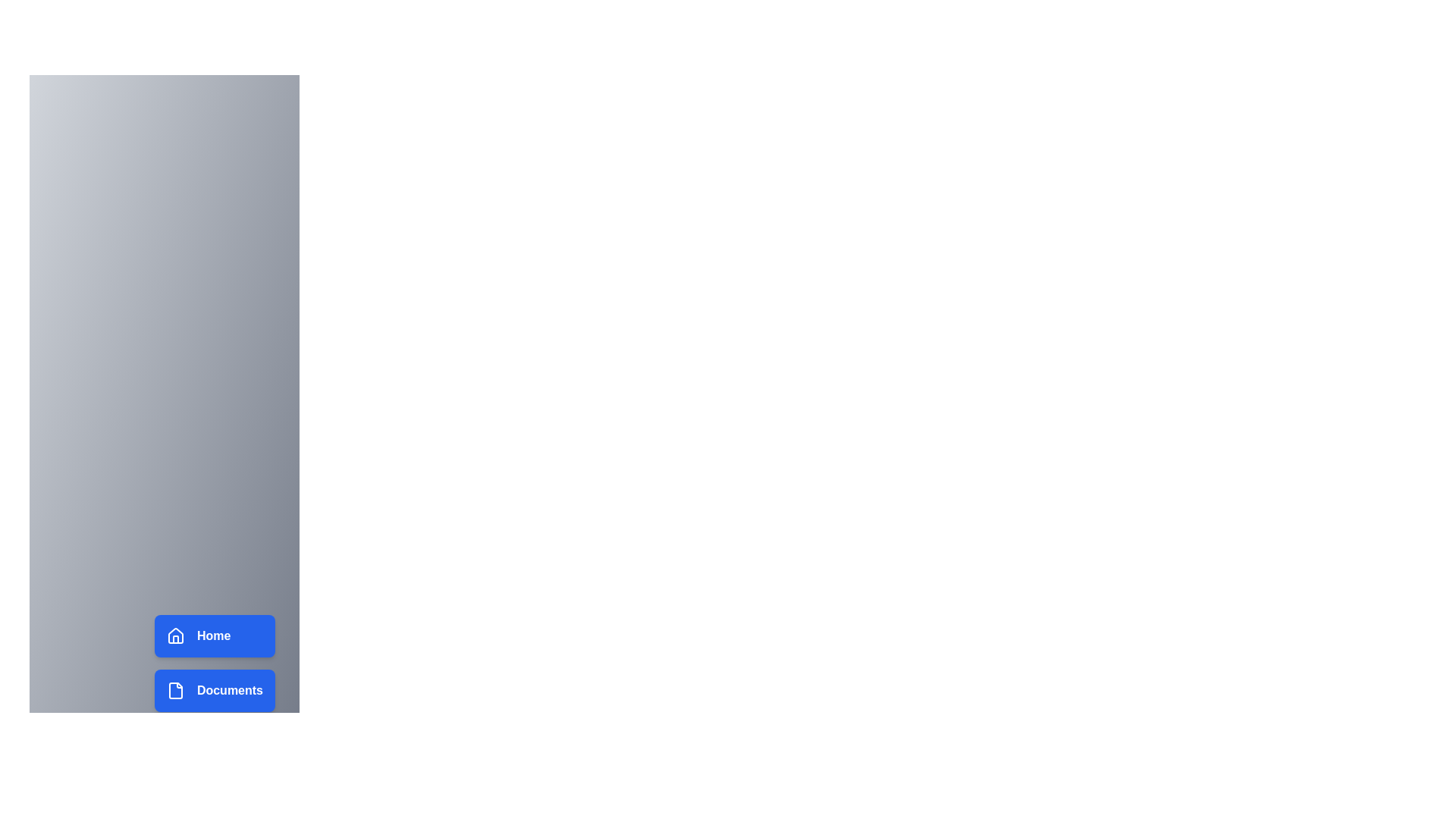 The image size is (1456, 819). What do you see at coordinates (213, 636) in the screenshot?
I see `the 'Home' text label, which is displayed in bold font style to the right of a house icon inside a blue rounded rectangular button, located at the bottom left of the interface` at bounding box center [213, 636].